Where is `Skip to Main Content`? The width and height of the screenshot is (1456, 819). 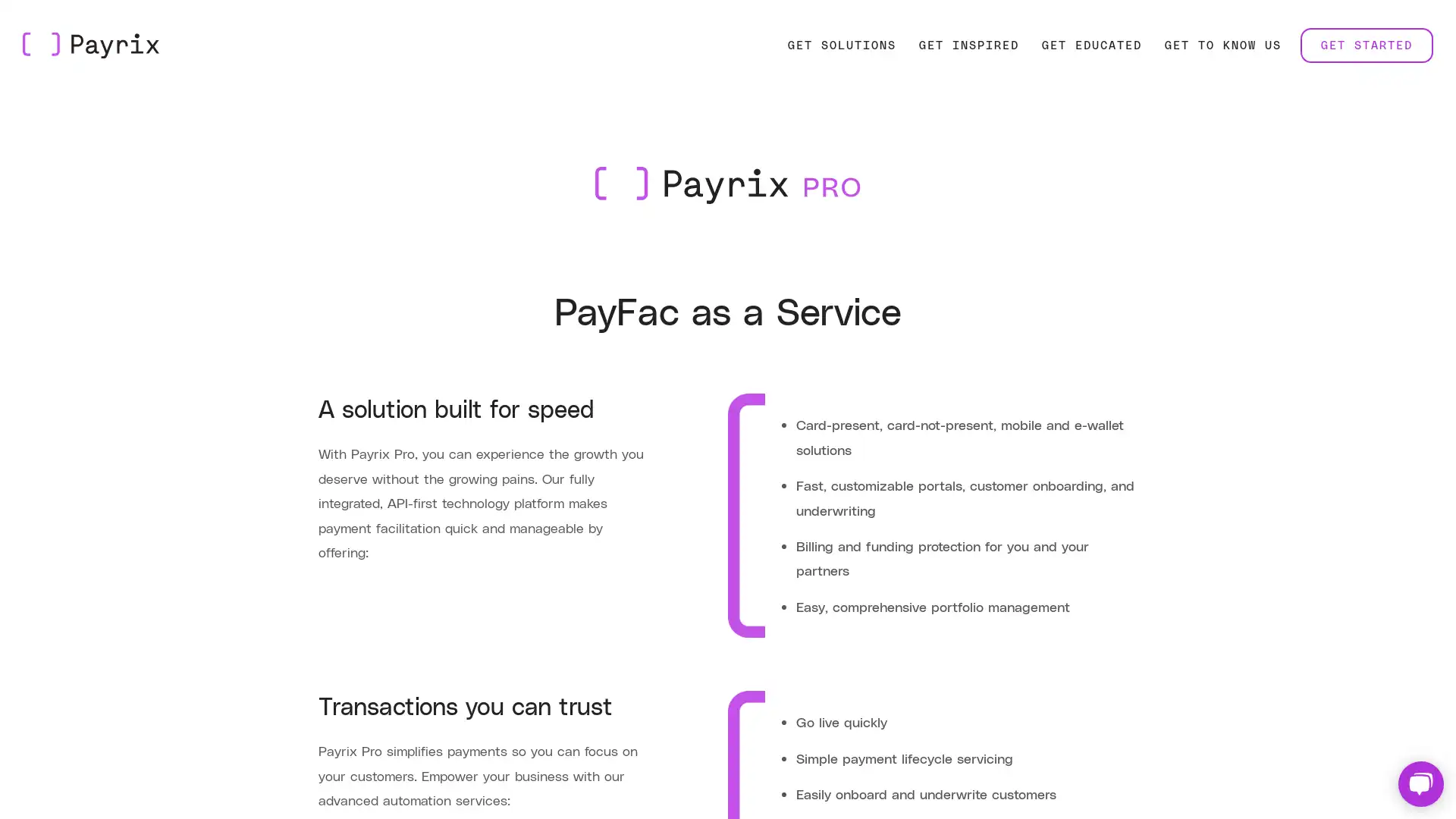 Skip to Main Content is located at coordinates (15, 15).